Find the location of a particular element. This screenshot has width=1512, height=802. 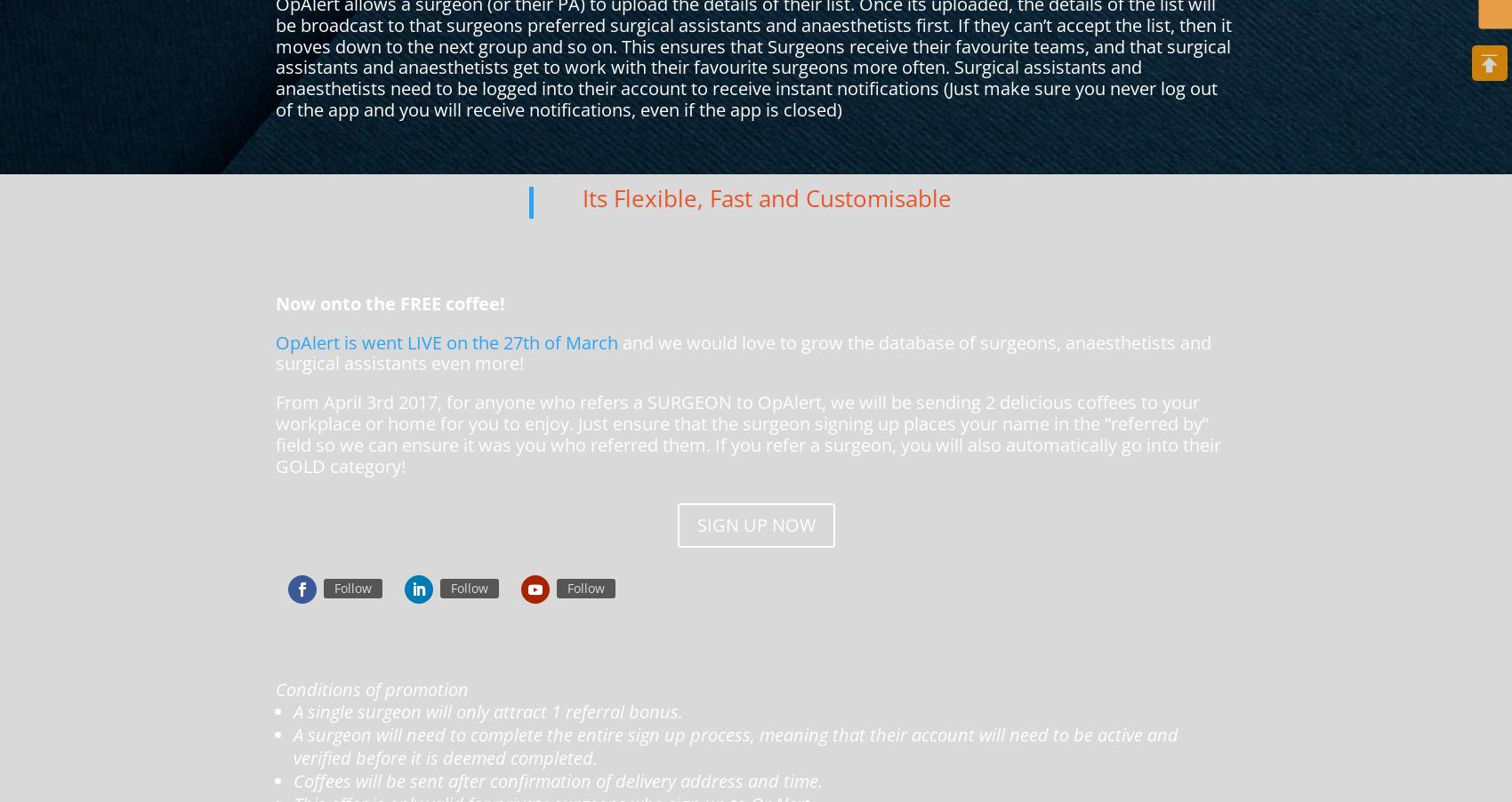

'Now onto the FREE coffee!' is located at coordinates (390, 301).